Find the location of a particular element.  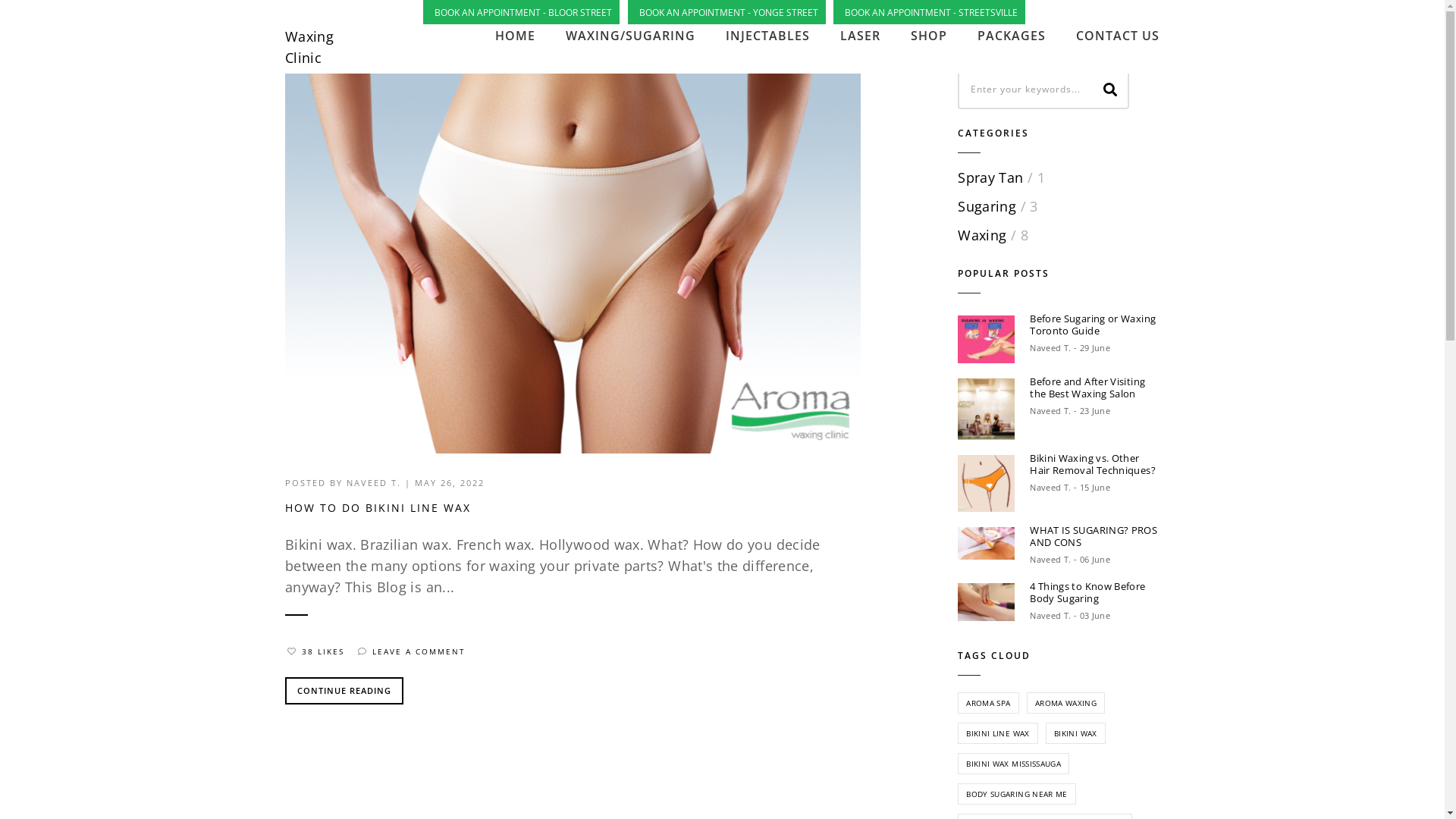

'Sugaring' is located at coordinates (987, 206).